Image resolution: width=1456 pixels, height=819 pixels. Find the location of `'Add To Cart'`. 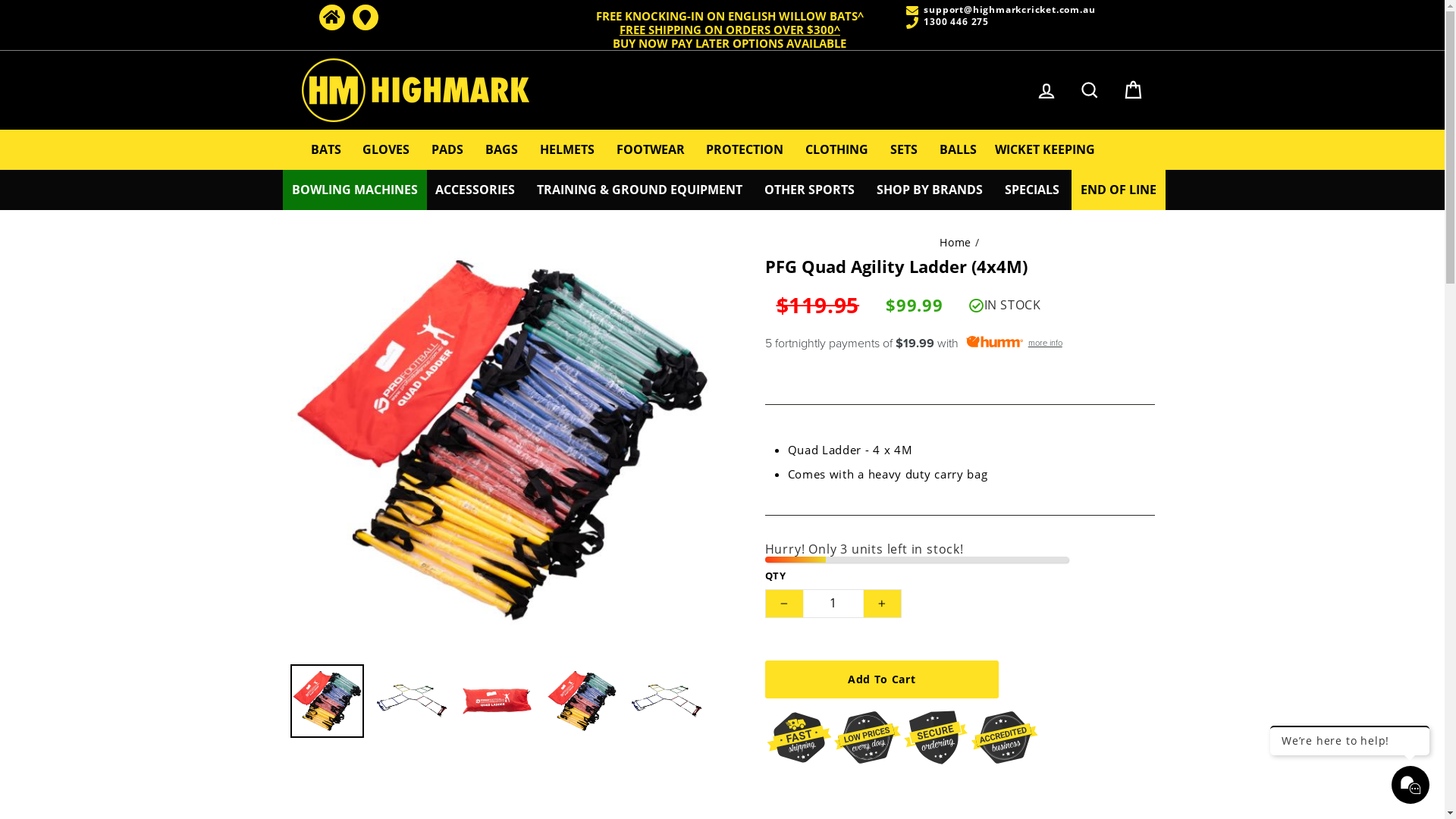

'Add To Cart' is located at coordinates (880, 678).